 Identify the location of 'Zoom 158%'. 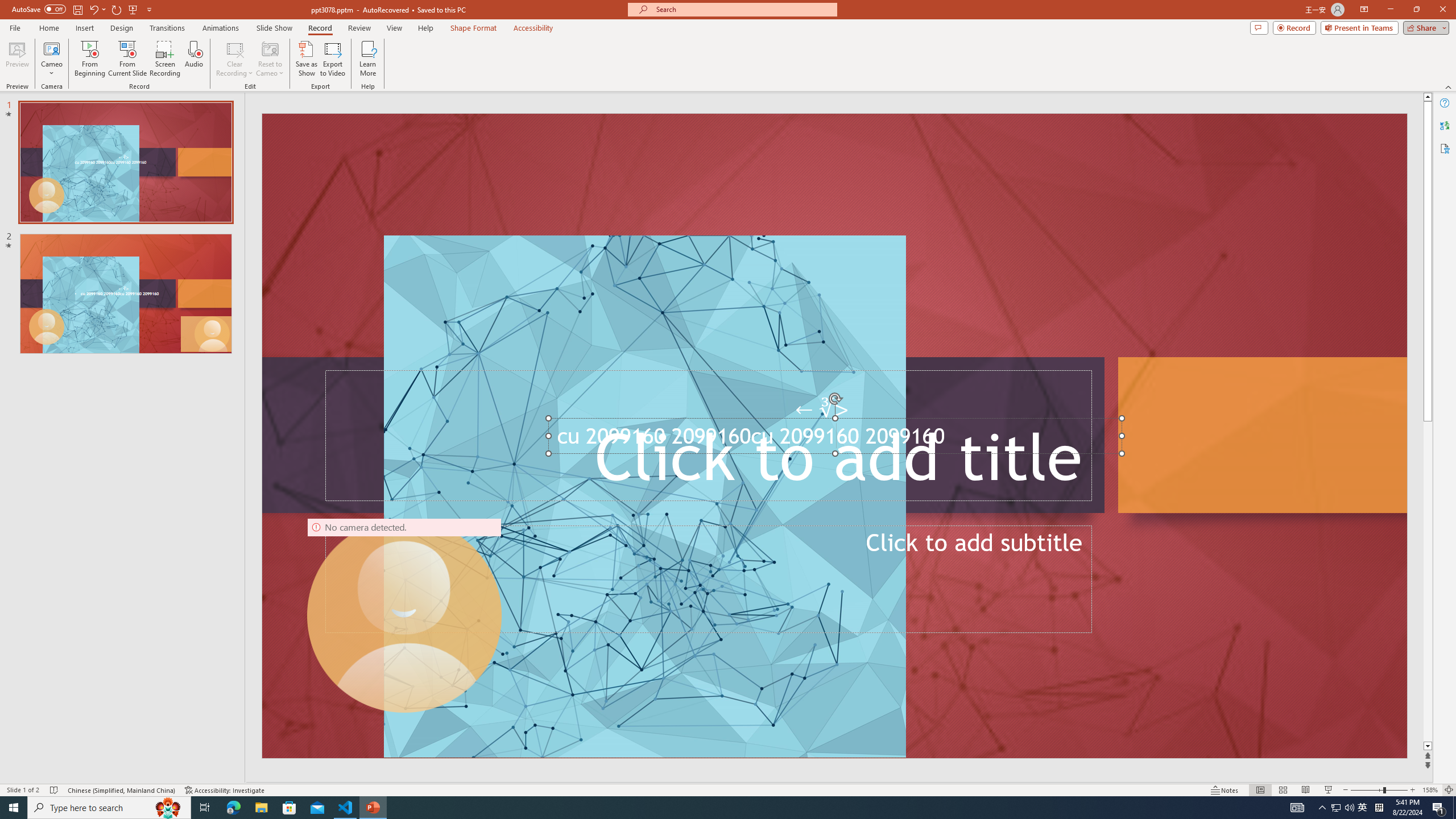
(1430, 790).